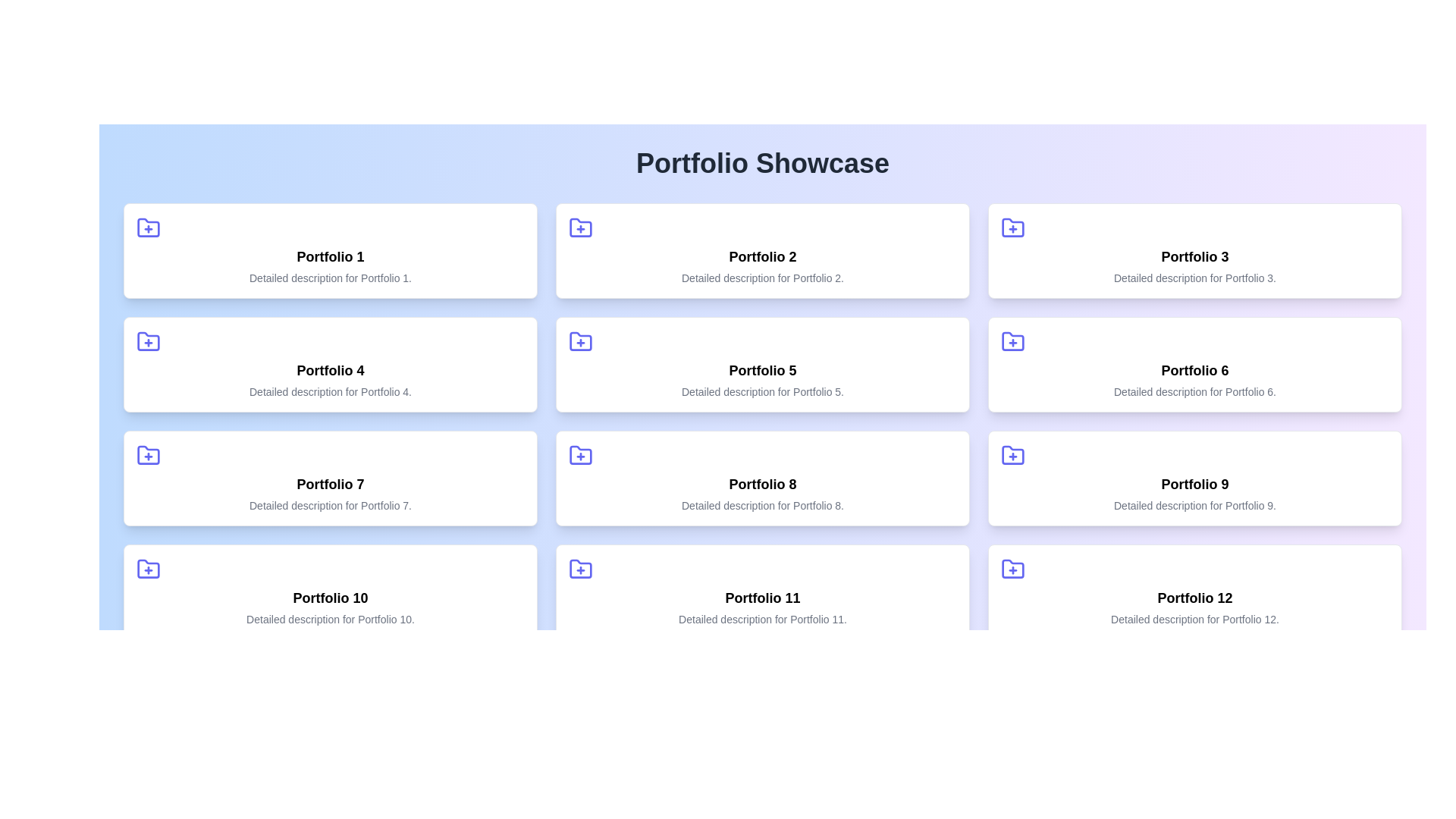 This screenshot has height=819, width=1456. I want to click on the folder icon located at the top-left corner of the 'Portfolio 2' card in the grid layout, so click(580, 227).